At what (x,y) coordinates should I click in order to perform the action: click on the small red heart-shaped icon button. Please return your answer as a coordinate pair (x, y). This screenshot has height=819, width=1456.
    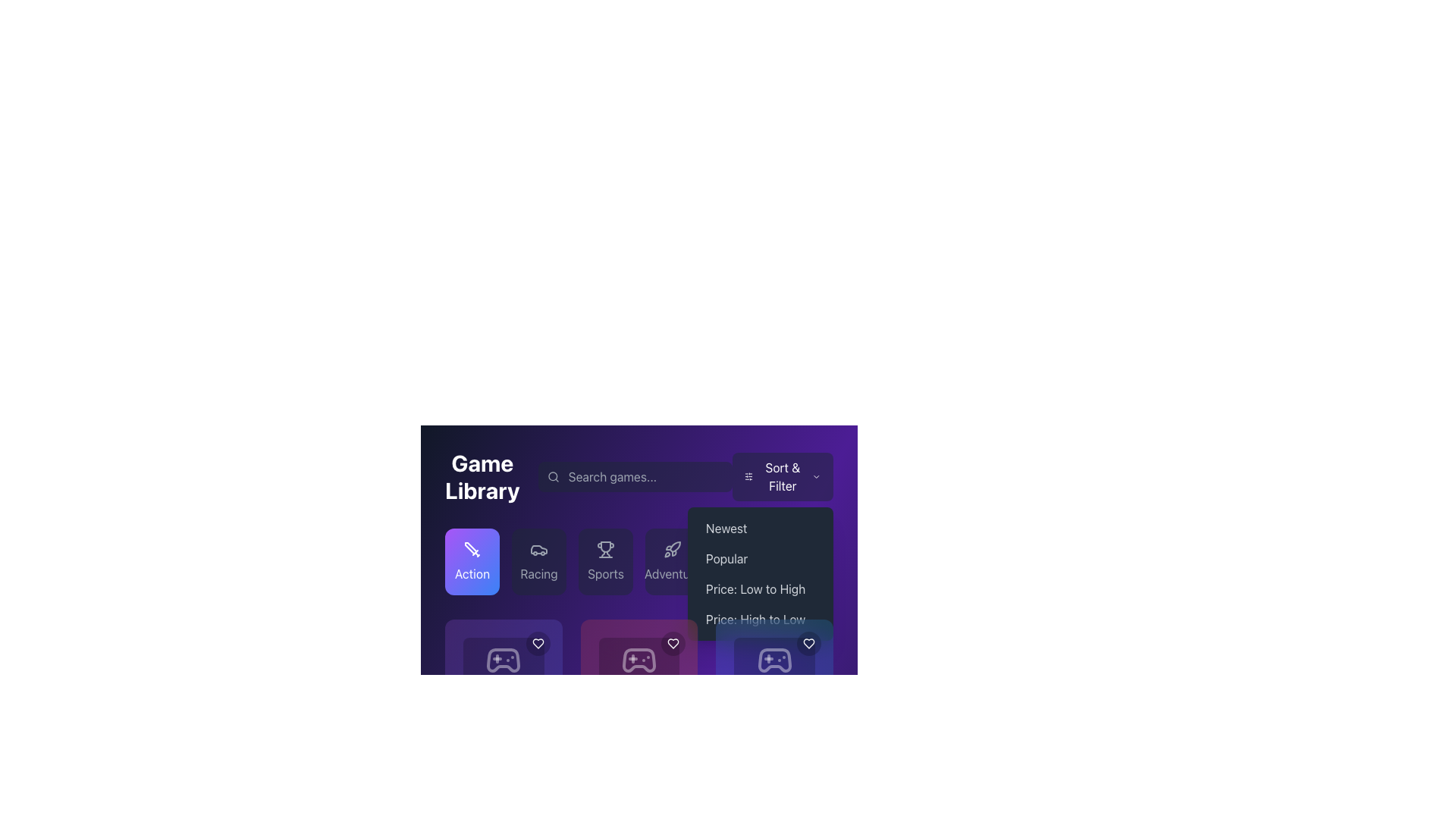
    Looking at the image, I should click on (673, 643).